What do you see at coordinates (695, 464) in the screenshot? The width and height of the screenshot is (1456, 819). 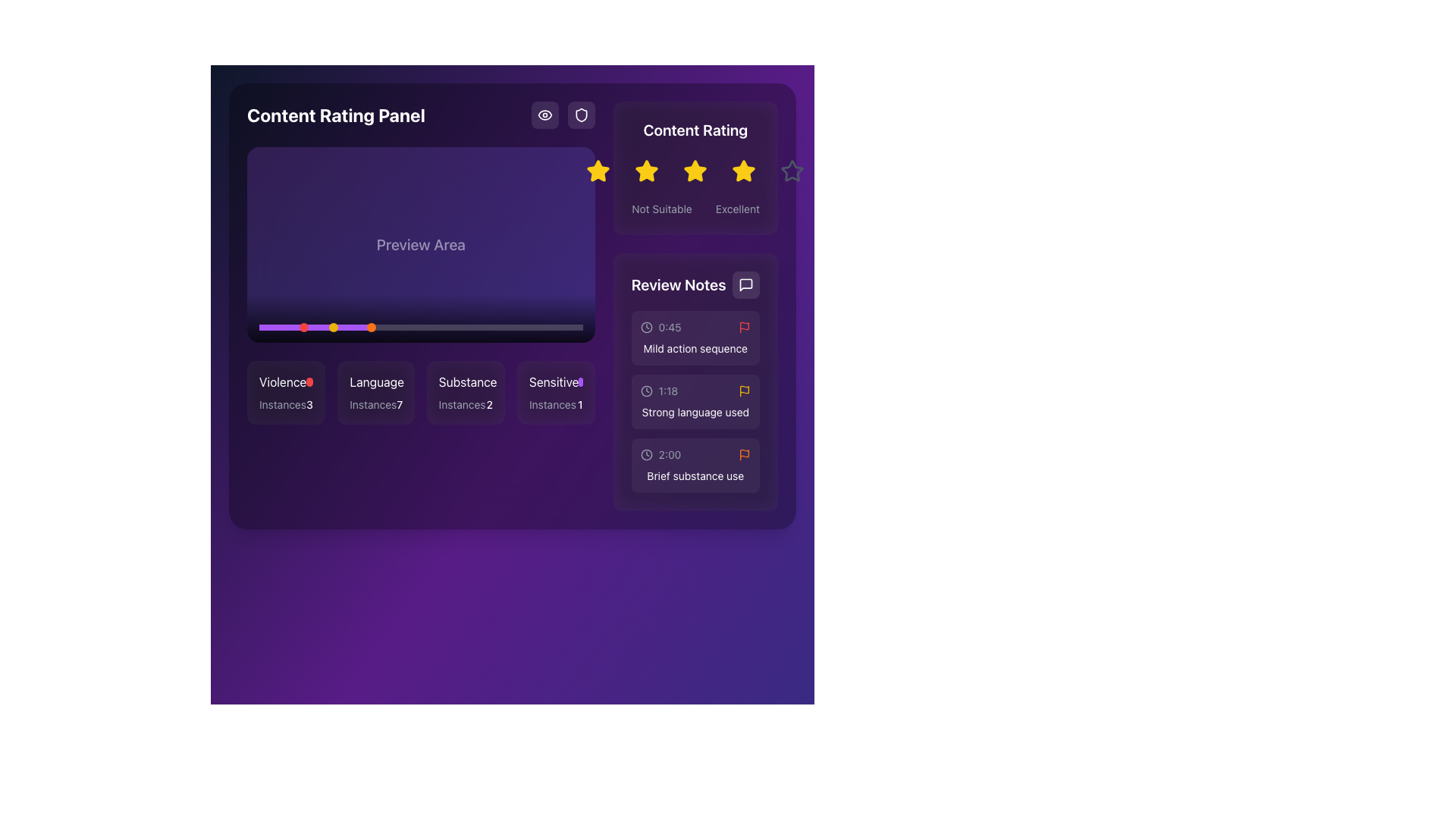 I see `the third and bottom-most Card or panel item in the 'Review Notes' panel that displays a timestamp and a brief descriptive label` at bounding box center [695, 464].